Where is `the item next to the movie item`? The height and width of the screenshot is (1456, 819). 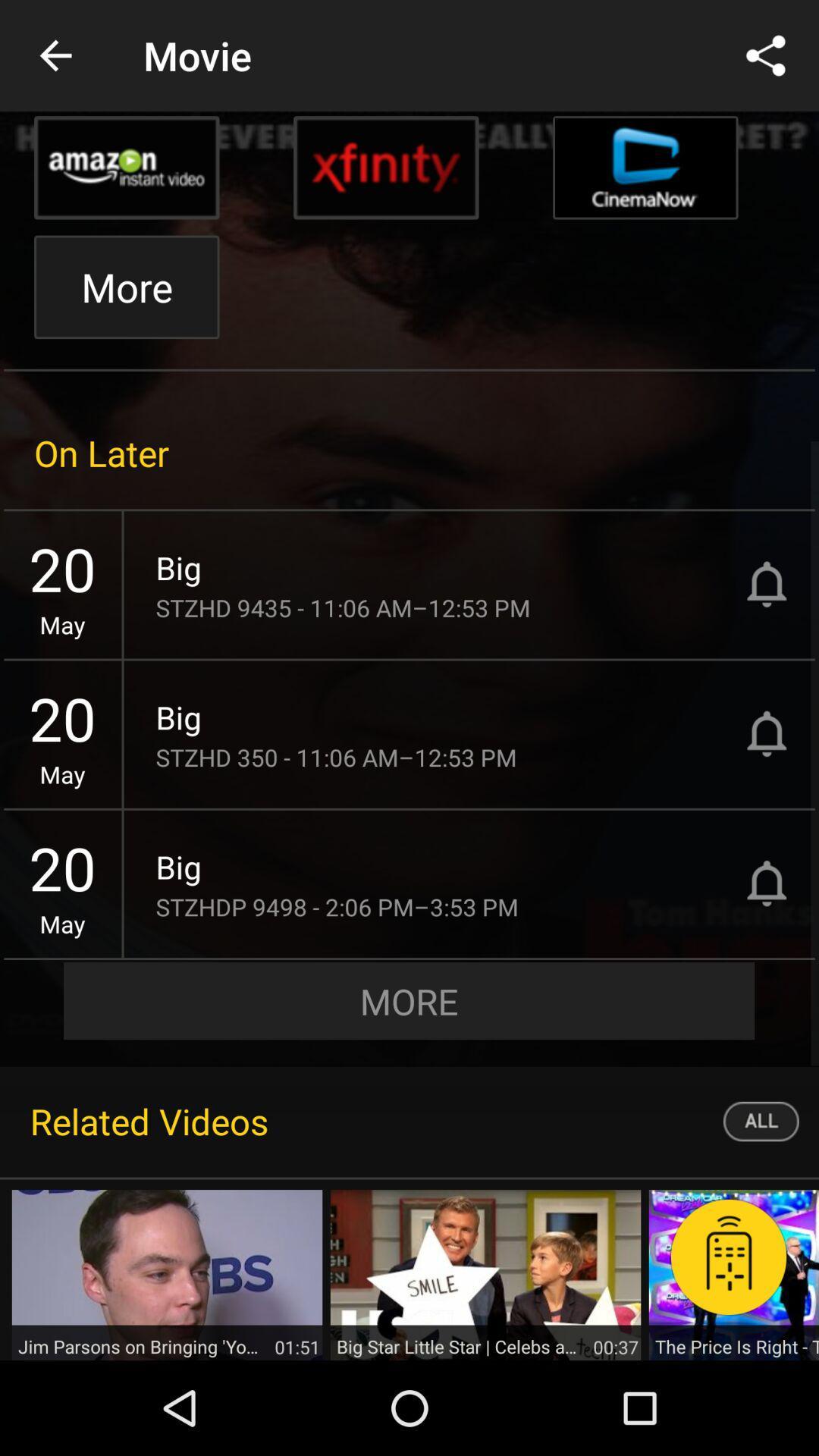 the item next to the movie item is located at coordinates (55, 55).